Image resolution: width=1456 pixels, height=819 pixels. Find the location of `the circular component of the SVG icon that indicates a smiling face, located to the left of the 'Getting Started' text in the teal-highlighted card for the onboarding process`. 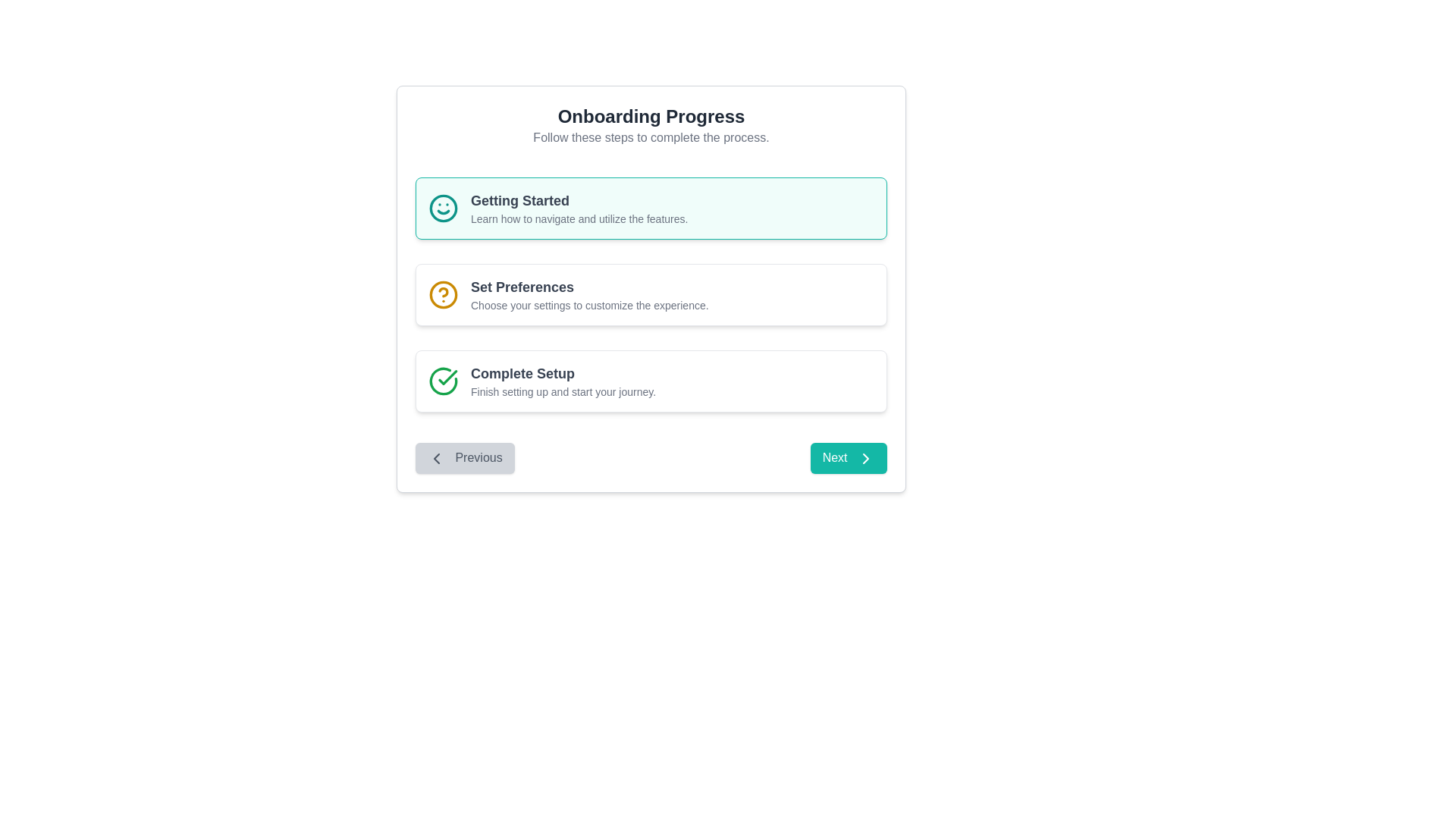

the circular component of the SVG icon that indicates a smiling face, located to the left of the 'Getting Started' text in the teal-highlighted card for the onboarding process is located at coordinates (443, 208).